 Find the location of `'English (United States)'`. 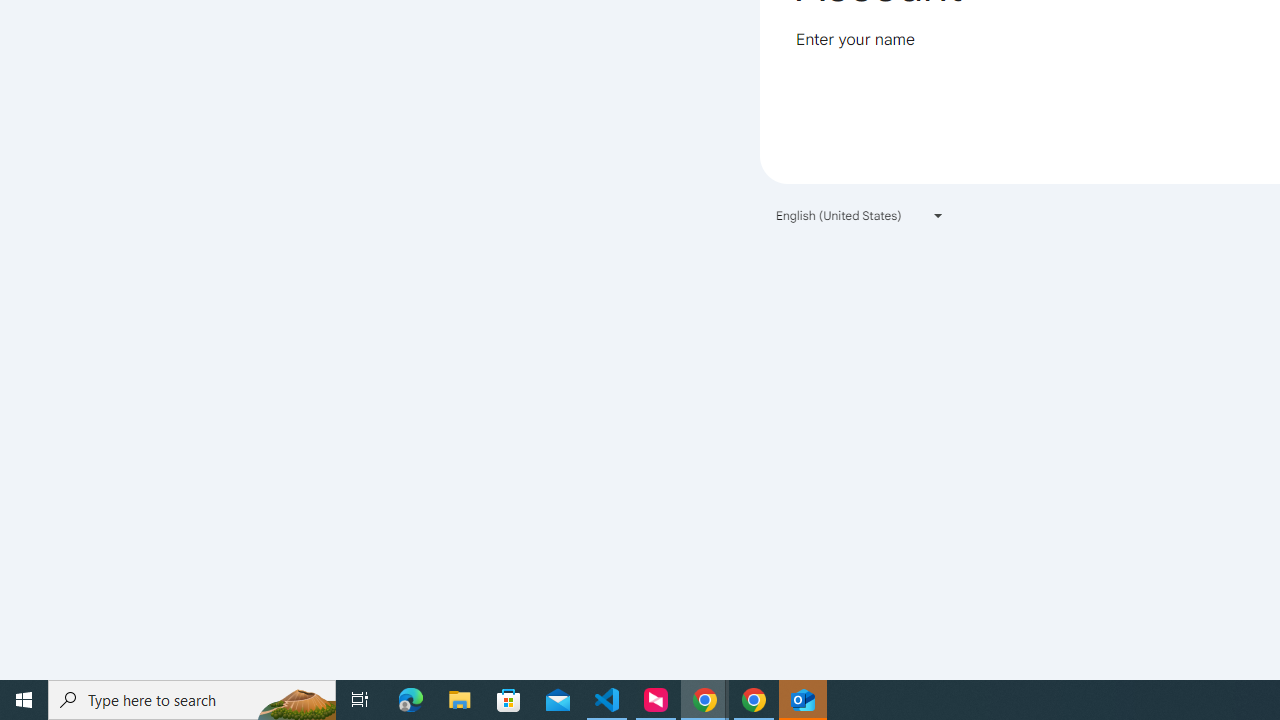

'English (United States)' is located at coordinates (860, 215).